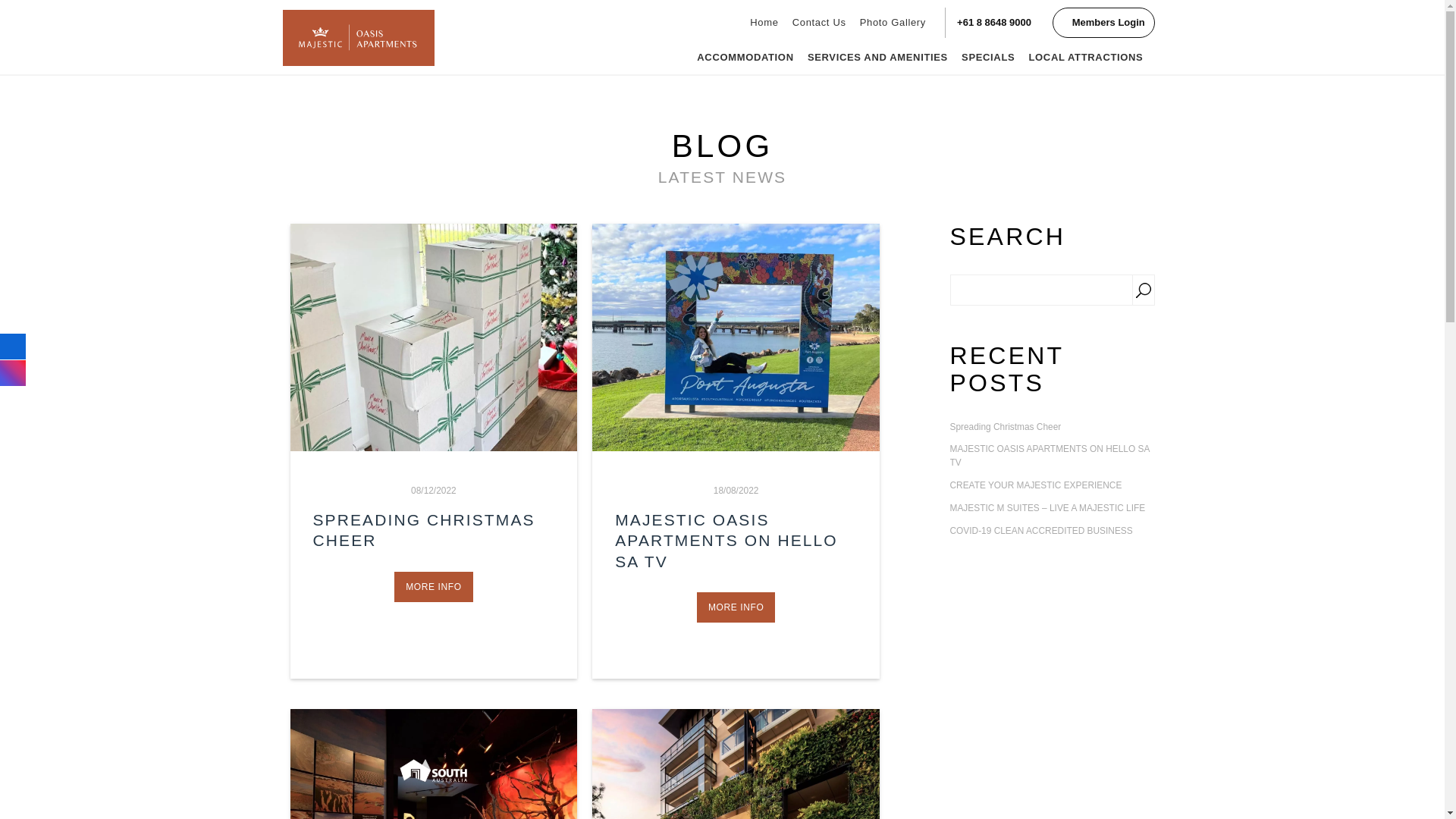  I want to click on 'ACCOMMODATION', so click(689, 57).